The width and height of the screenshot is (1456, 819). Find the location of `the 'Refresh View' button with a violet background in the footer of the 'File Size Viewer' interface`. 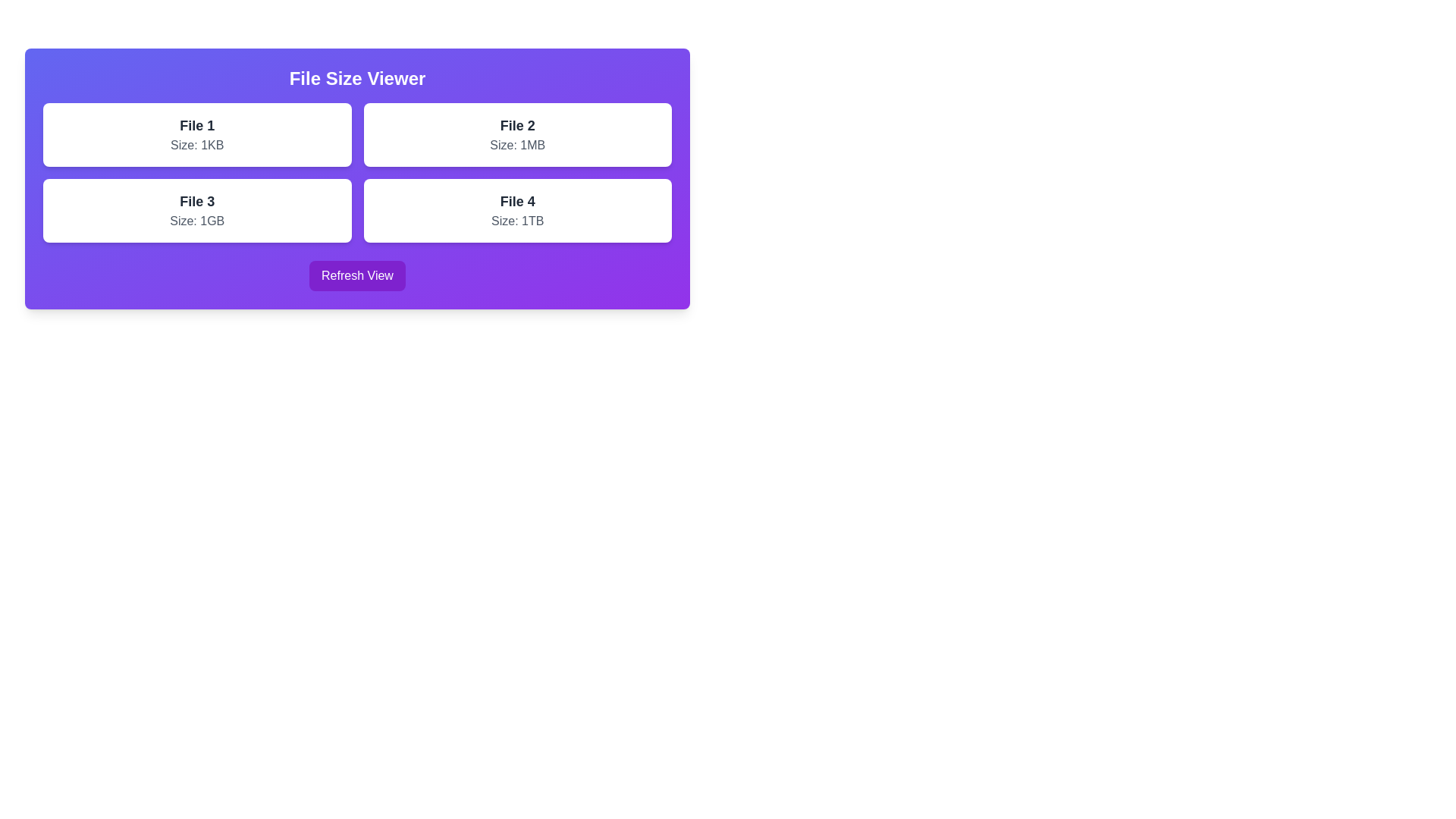

the 'Refresh View' button with a violet background in the footer of the 'File Size Viewer' interface is located at coordinates (356, 275).